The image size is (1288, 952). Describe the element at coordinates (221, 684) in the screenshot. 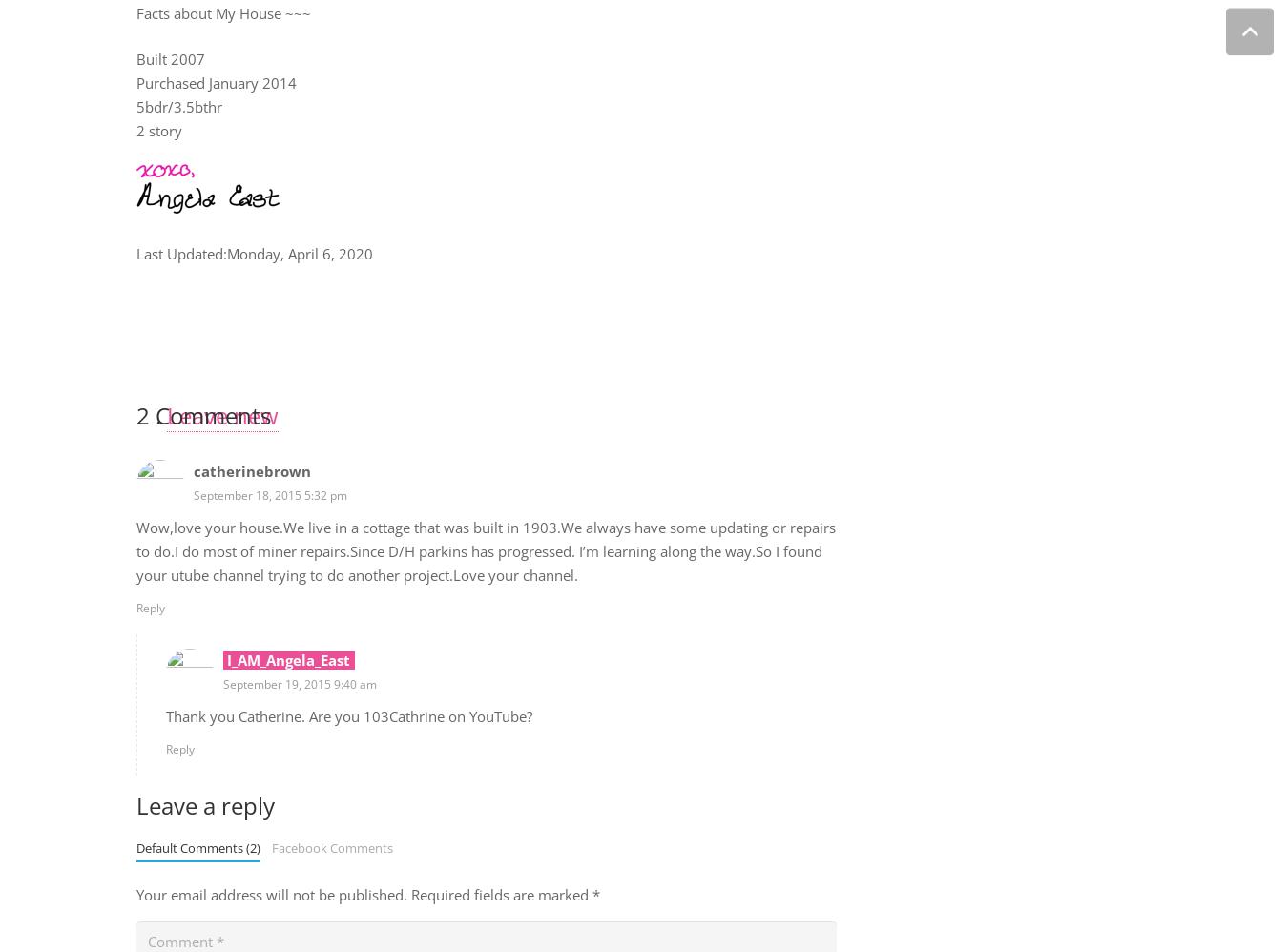

I see `'September 19, 2015 9:40 am'` at that location.